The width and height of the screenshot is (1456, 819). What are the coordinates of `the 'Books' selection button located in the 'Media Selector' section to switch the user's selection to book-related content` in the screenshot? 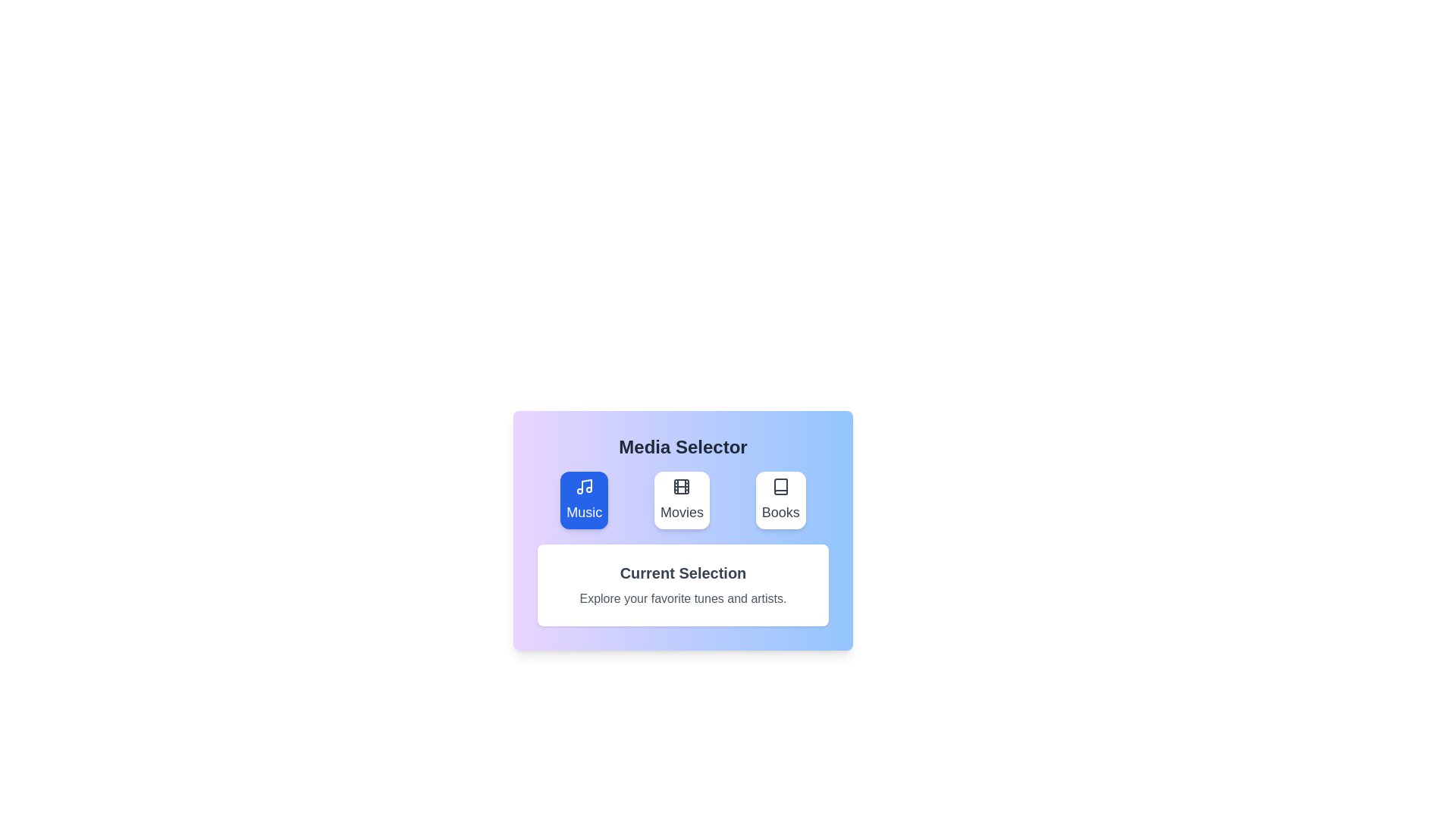 It's located at (780, 500).